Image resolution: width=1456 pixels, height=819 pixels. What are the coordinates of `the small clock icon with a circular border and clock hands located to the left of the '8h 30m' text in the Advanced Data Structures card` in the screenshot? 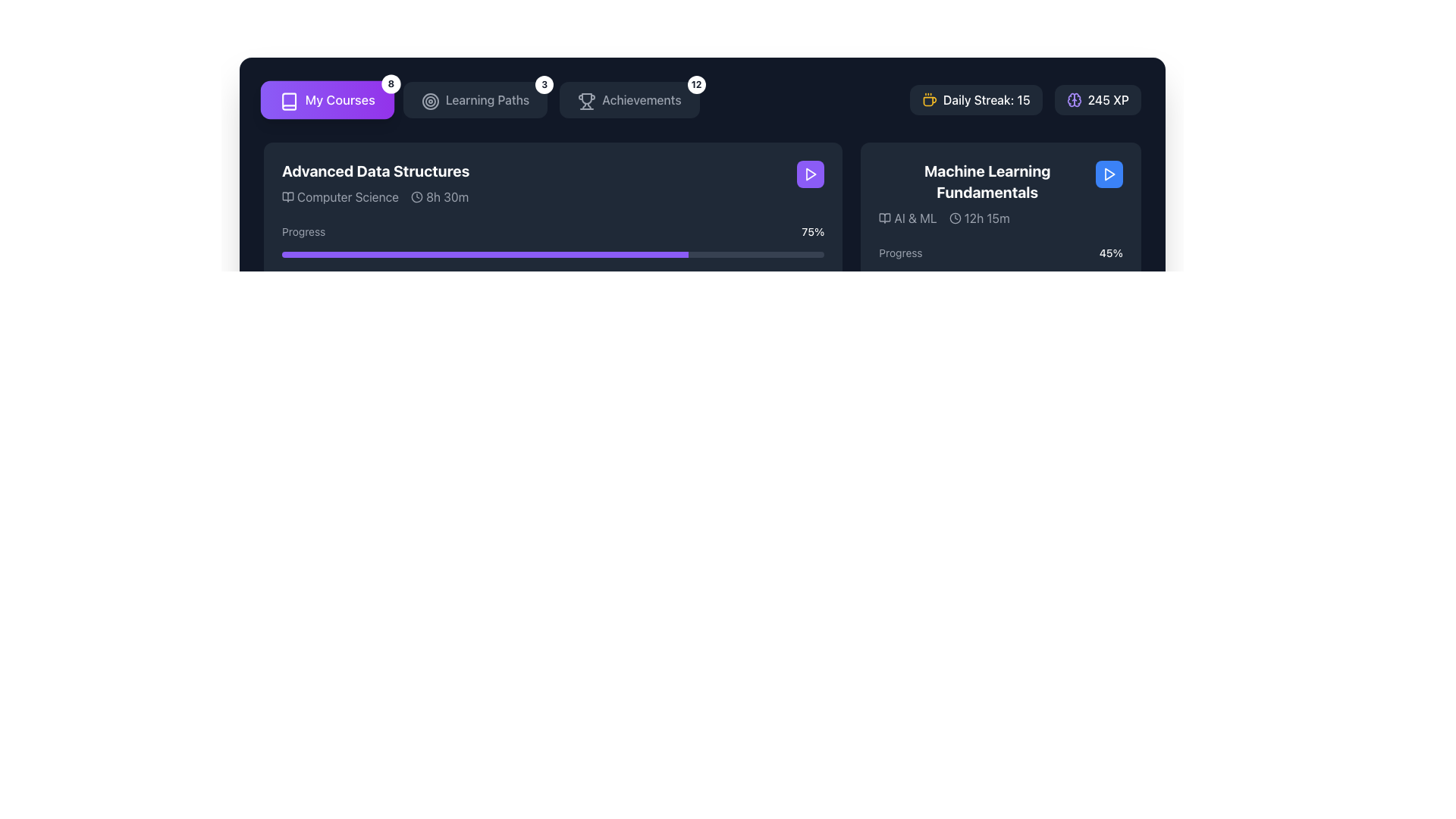 It's located at (417, 196).